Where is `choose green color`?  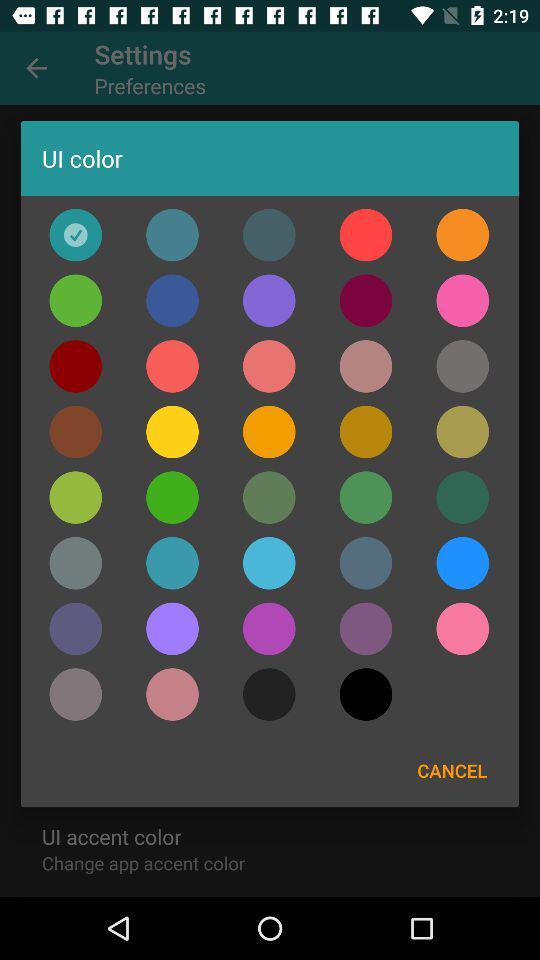 choose green color is located at coordinates (172, 496).